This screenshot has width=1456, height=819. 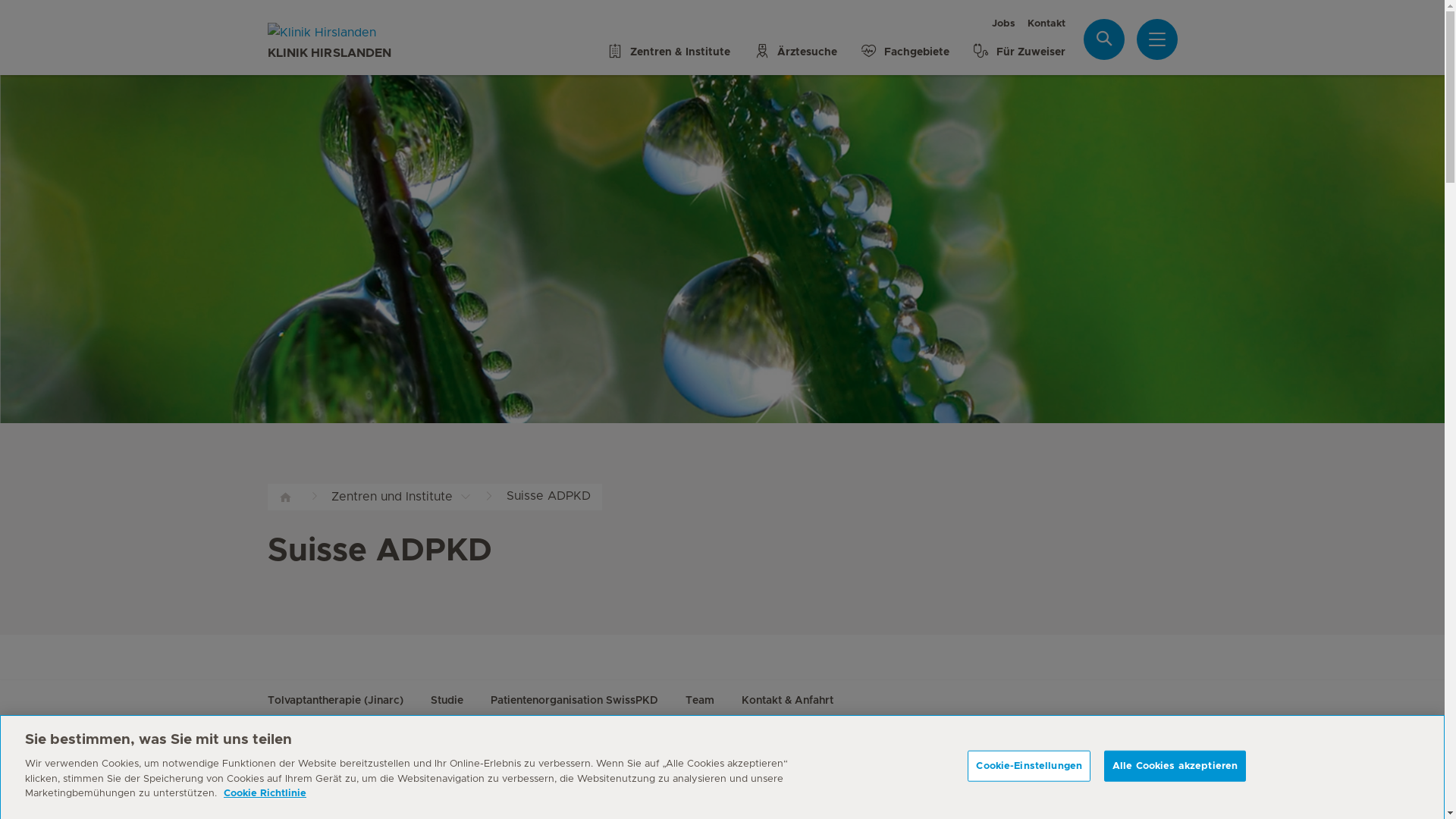 I want to click on 'Team', so click(x=698, y=701).